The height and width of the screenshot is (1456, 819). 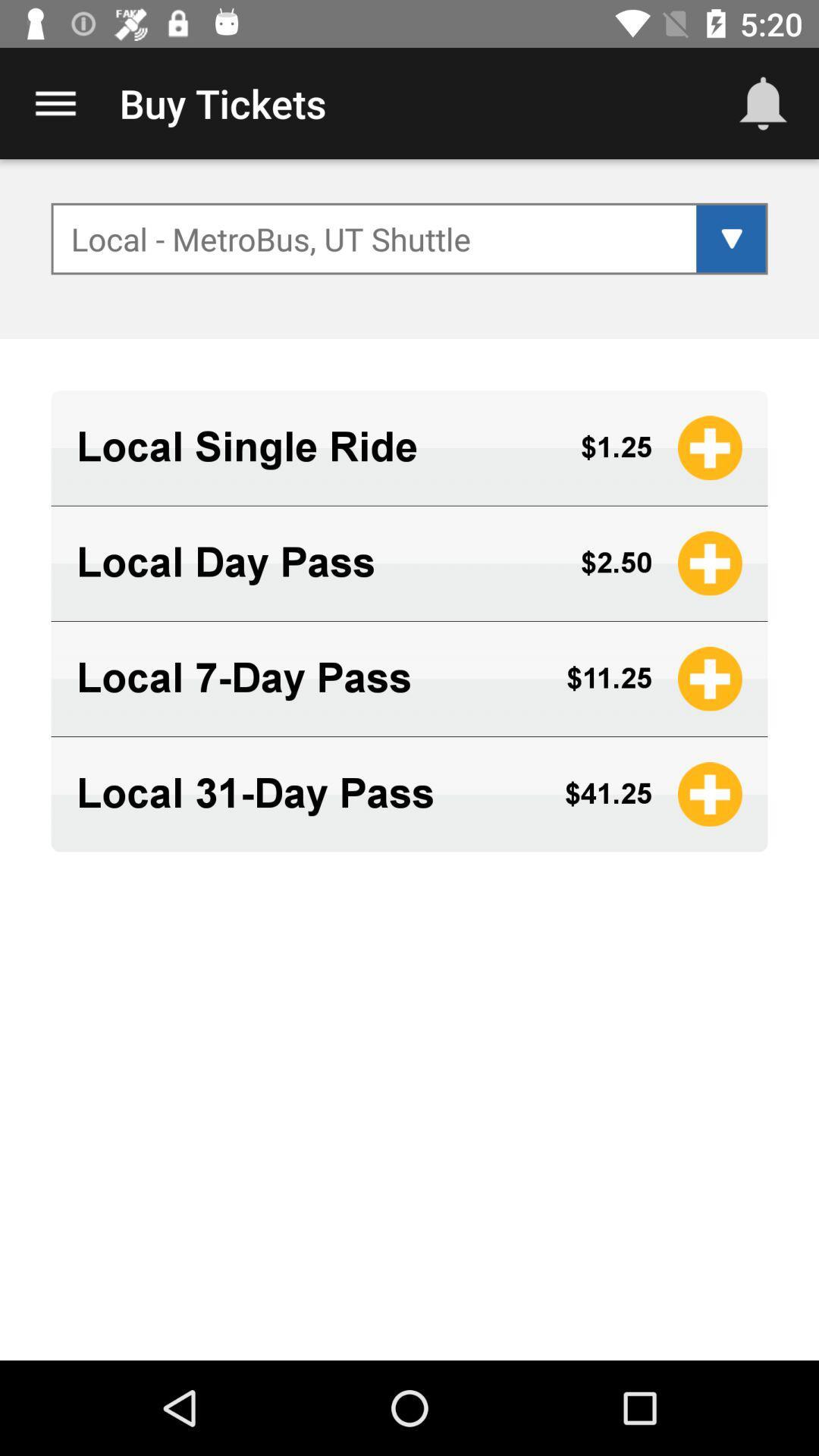 I want to click on item next to buy tickets item, so click(x=55, y=102).